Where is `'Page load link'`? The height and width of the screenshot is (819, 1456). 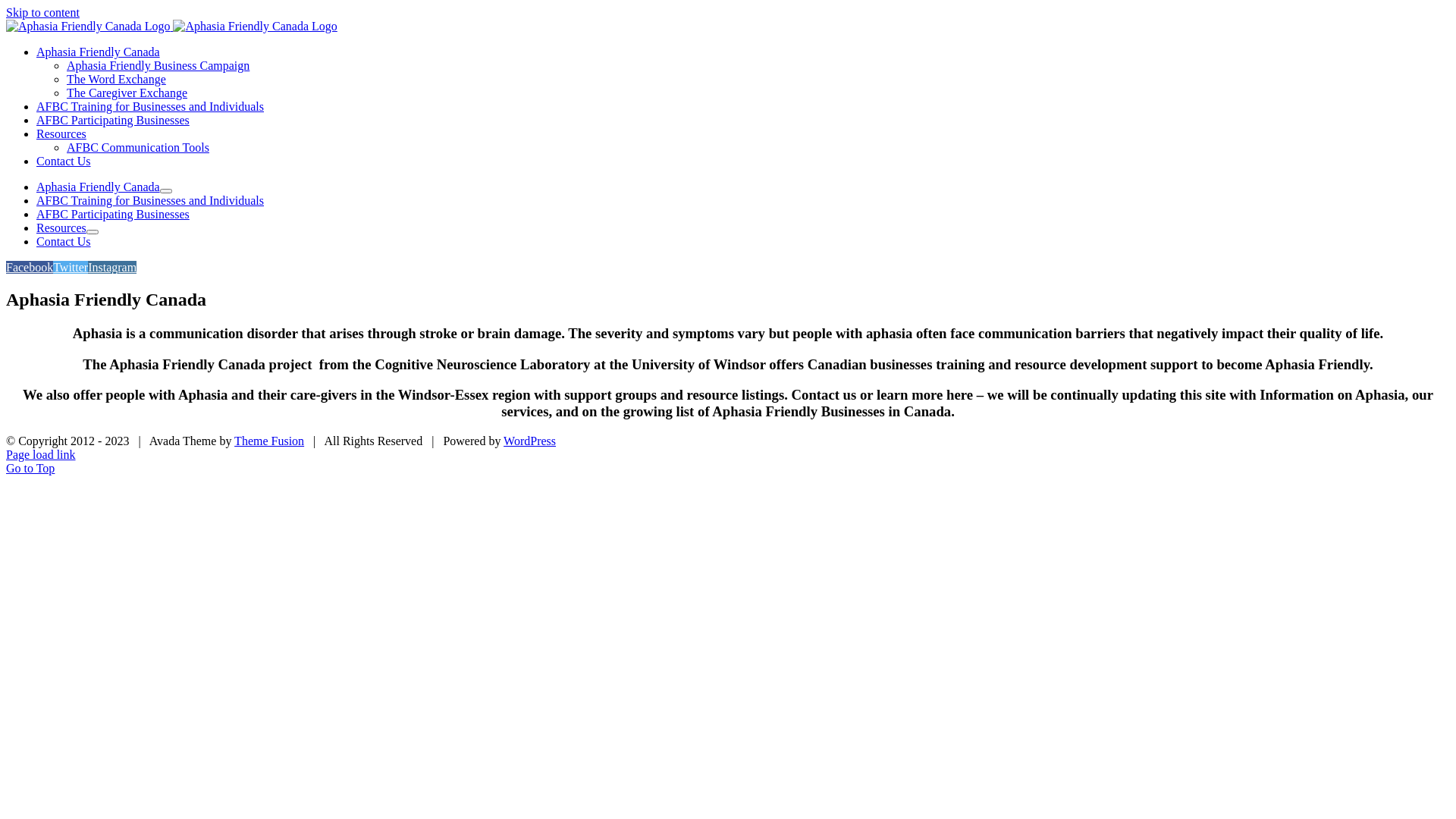
'Page load link' is located at coordinates (40, 453).